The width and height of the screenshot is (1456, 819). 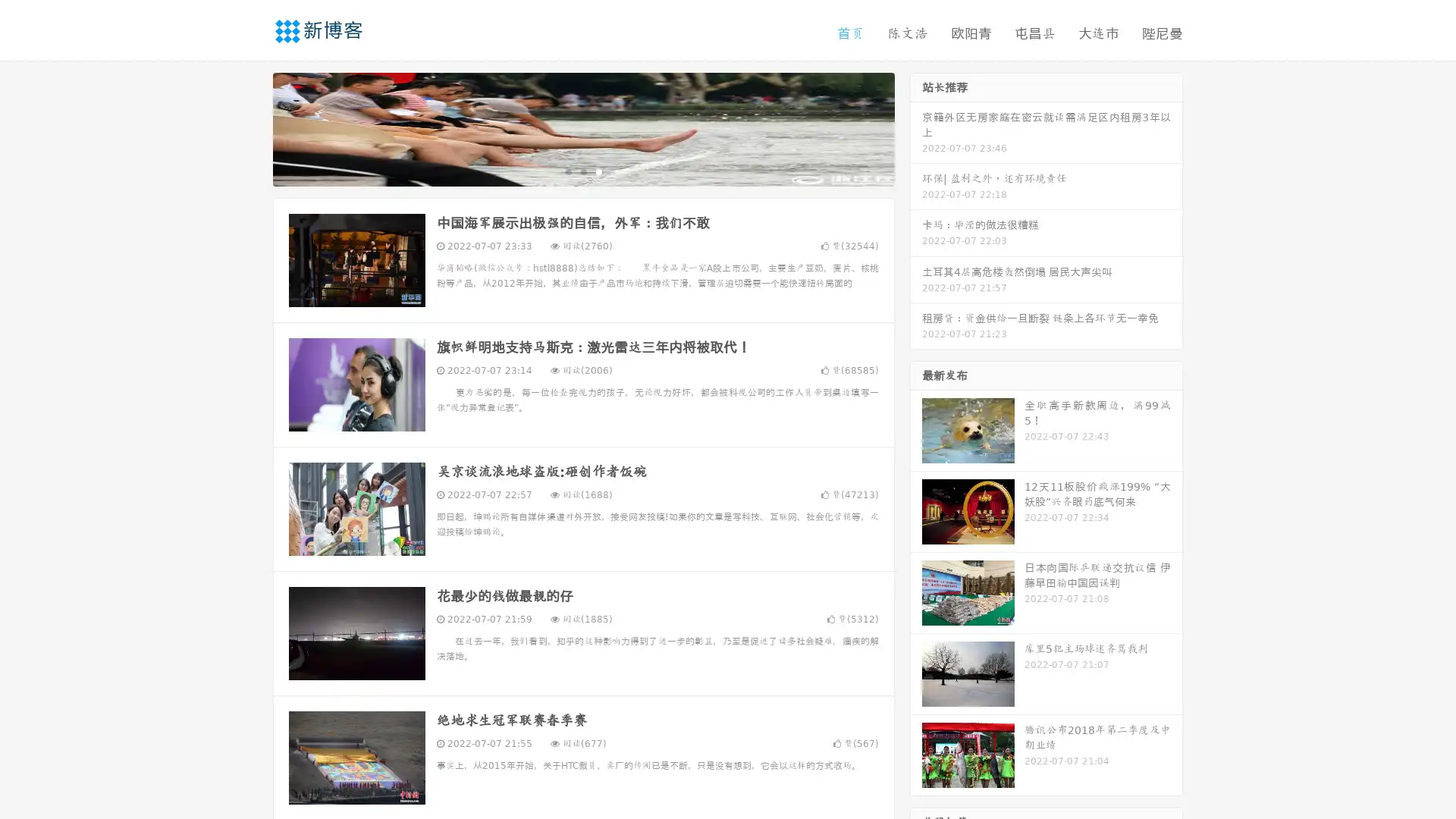 I want to click on Previous slide, so click(x=250, y=127).